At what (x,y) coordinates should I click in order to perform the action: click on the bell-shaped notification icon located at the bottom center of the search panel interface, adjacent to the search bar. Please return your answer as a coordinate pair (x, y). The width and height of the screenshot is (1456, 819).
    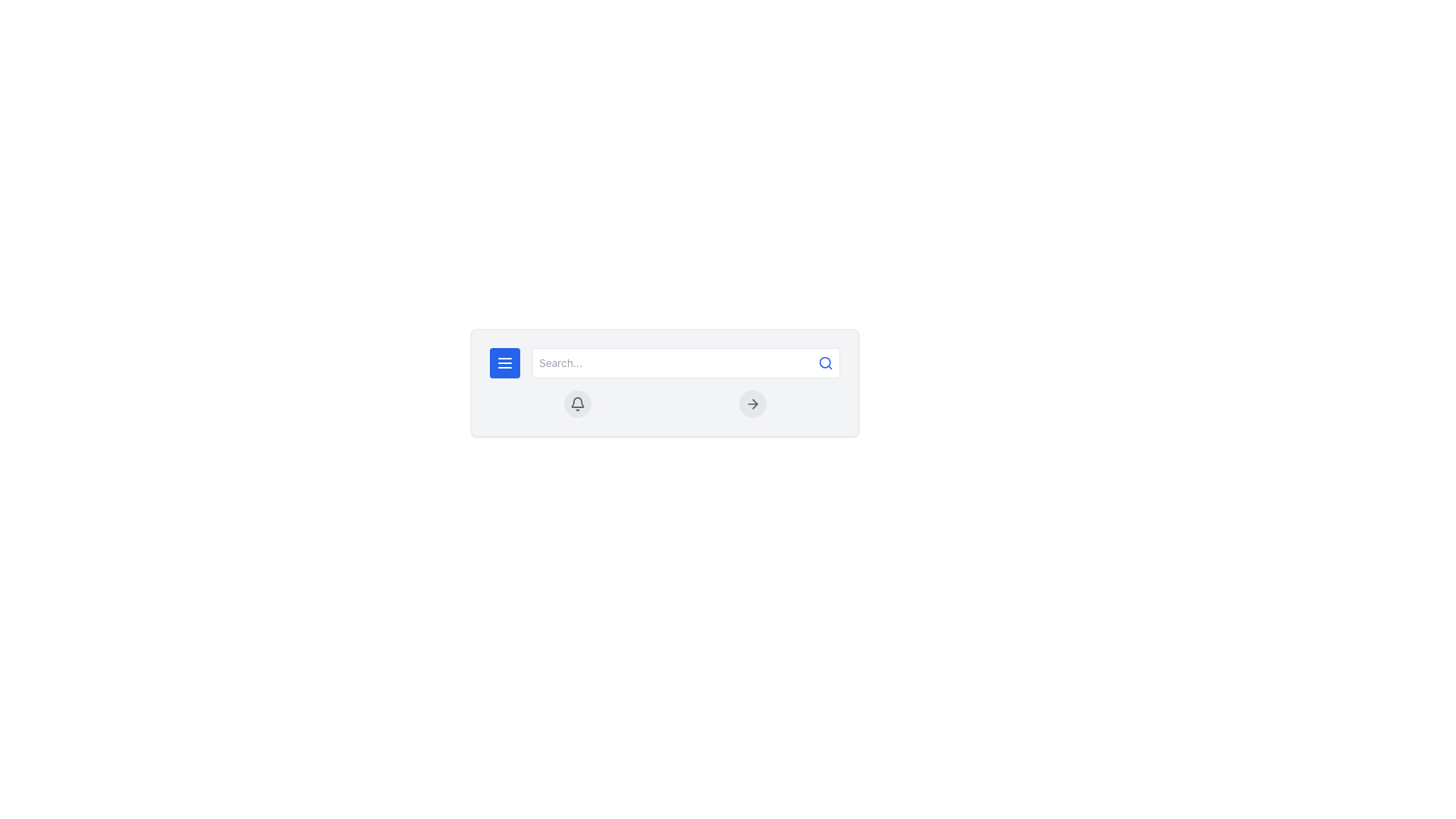
    Looking at the image, I should click on (576, 401).